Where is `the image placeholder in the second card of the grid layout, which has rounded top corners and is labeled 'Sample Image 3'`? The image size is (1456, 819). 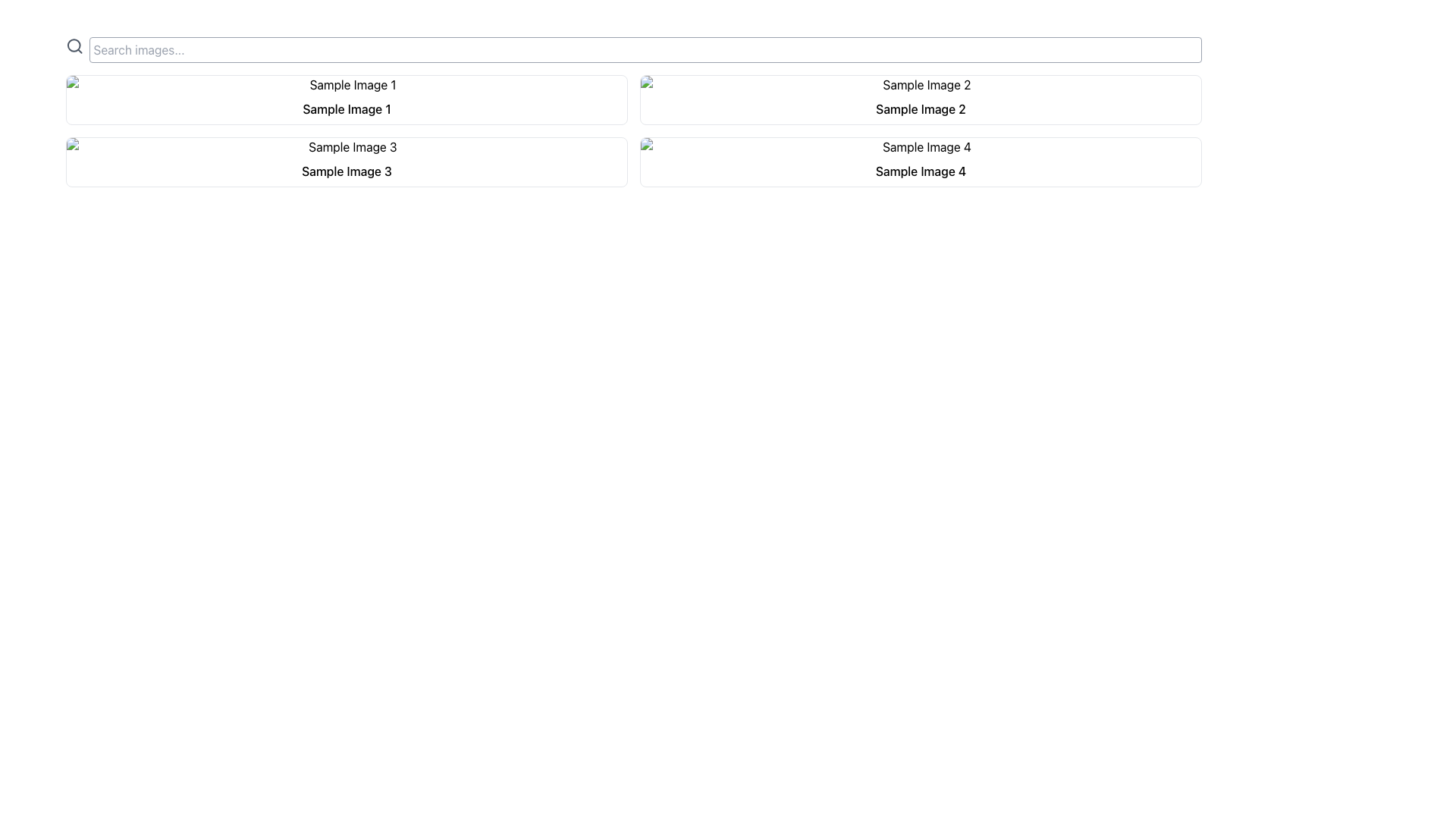
the image placeholder in the second card of the grid layout, which has rounded top corners and is labeled 'Sample Image 3' is located at coordinates (346, 146).